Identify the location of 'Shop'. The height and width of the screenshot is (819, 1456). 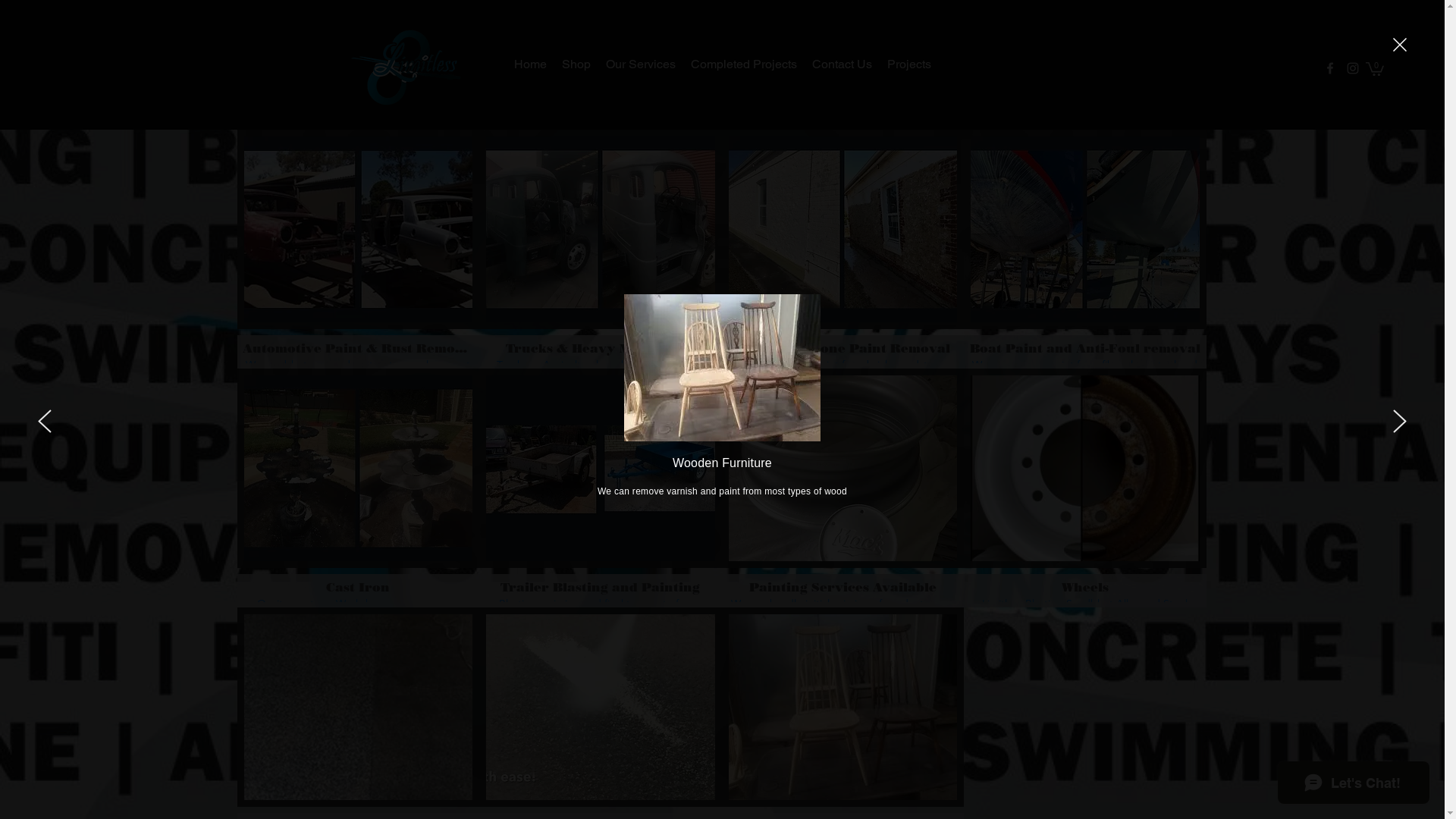
(552, 63).